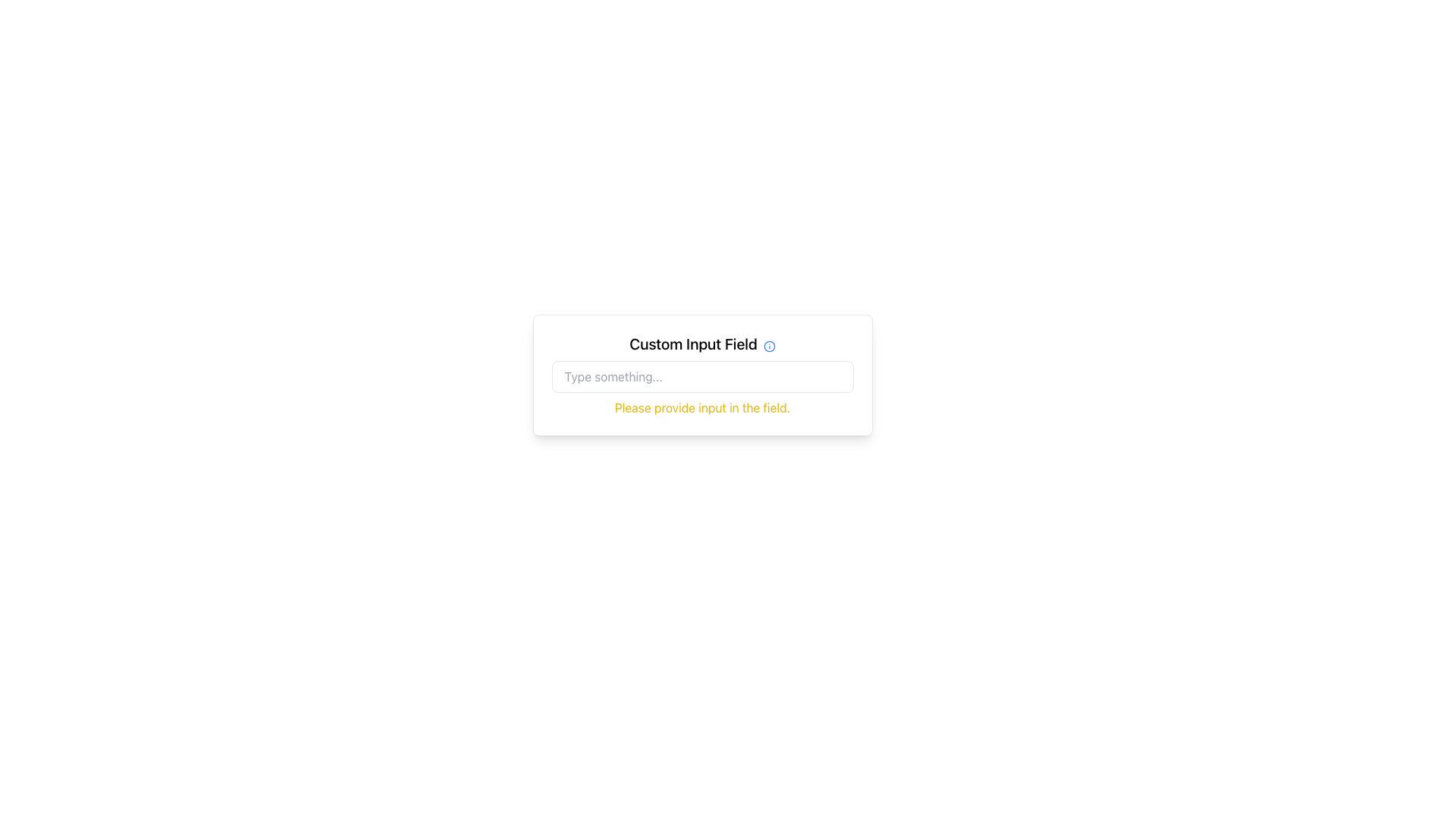 This screenshot has width=1456, height=819. I want to click on circle graphics element with a thin border, located at the center of the SVG icon adjacent to the 'Custom Input Field' label, so click(769, 346).